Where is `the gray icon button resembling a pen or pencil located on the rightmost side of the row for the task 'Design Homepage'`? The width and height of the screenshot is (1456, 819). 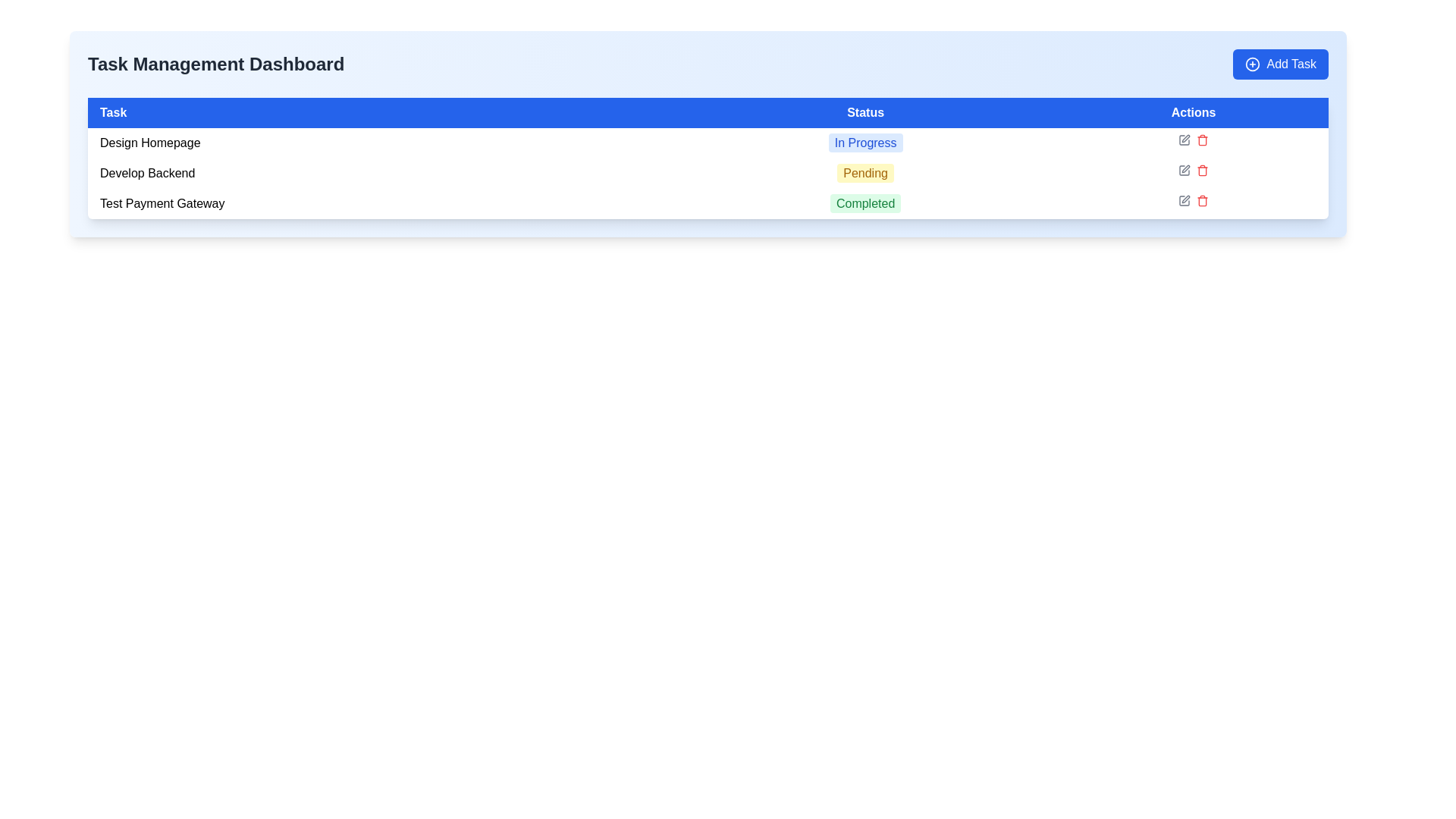
the gray icon button resembling a pen or pencil located on the rightmost side of the row for the task 'Design Homepage' is located at coordinates (1183, 140).